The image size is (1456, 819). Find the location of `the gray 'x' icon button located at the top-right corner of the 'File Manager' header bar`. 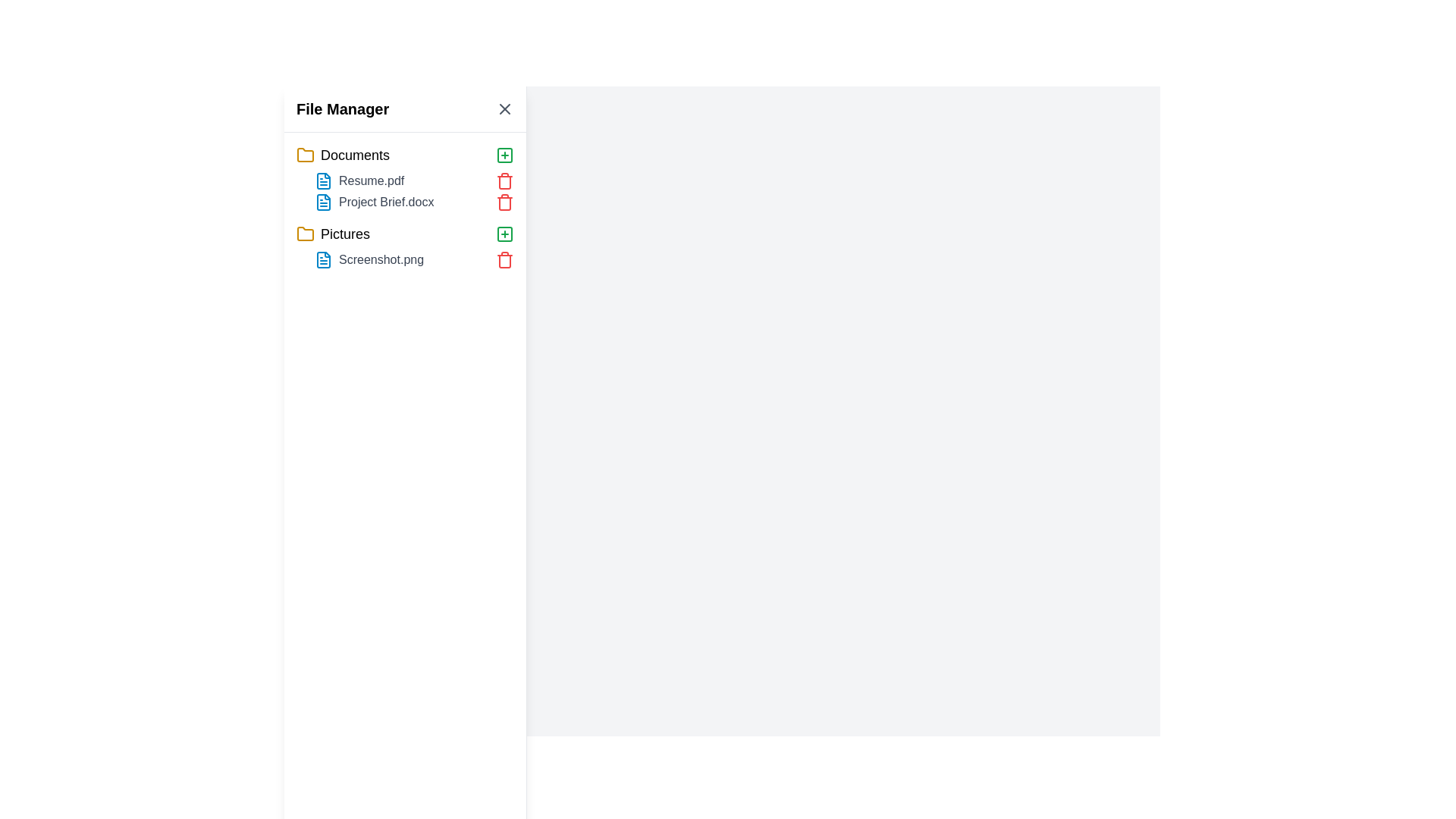

the gray 'x' icon button located at the top-right corner of the 'File Manager' header bar is located at coordinates (505, 108).